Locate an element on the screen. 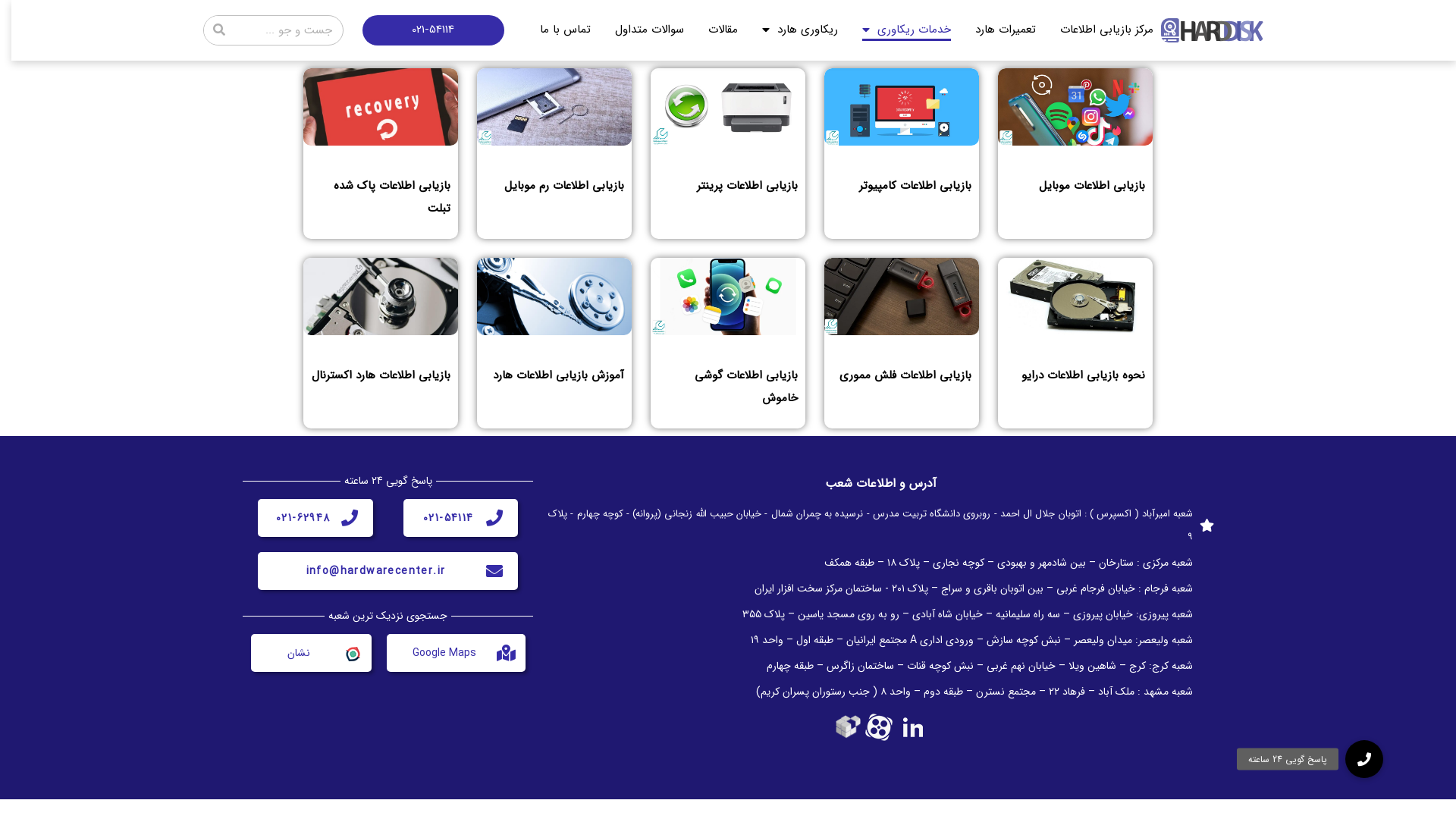  '021-62948' is located at coordinates (303, 516).